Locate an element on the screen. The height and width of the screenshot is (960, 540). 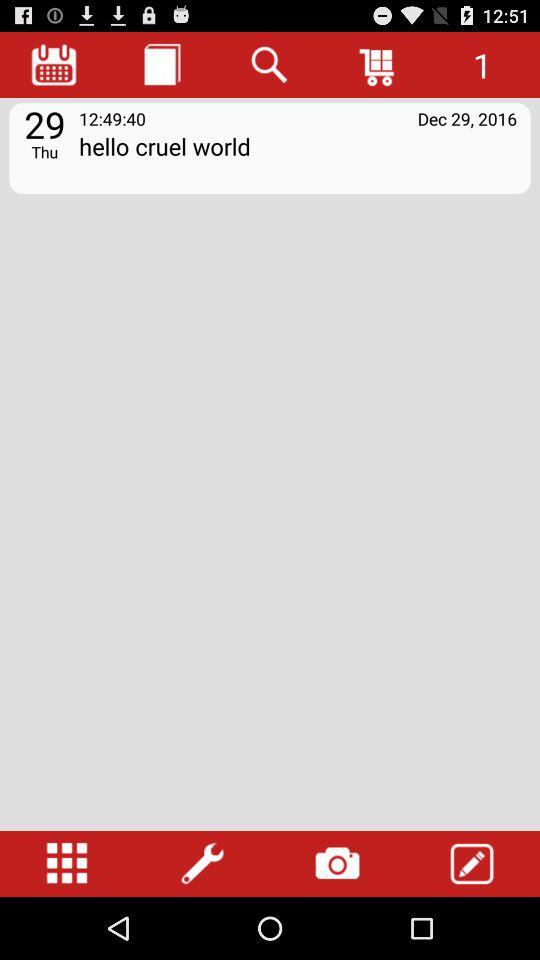
item next to 12:49:40 item is located at coordinates (467, 118).